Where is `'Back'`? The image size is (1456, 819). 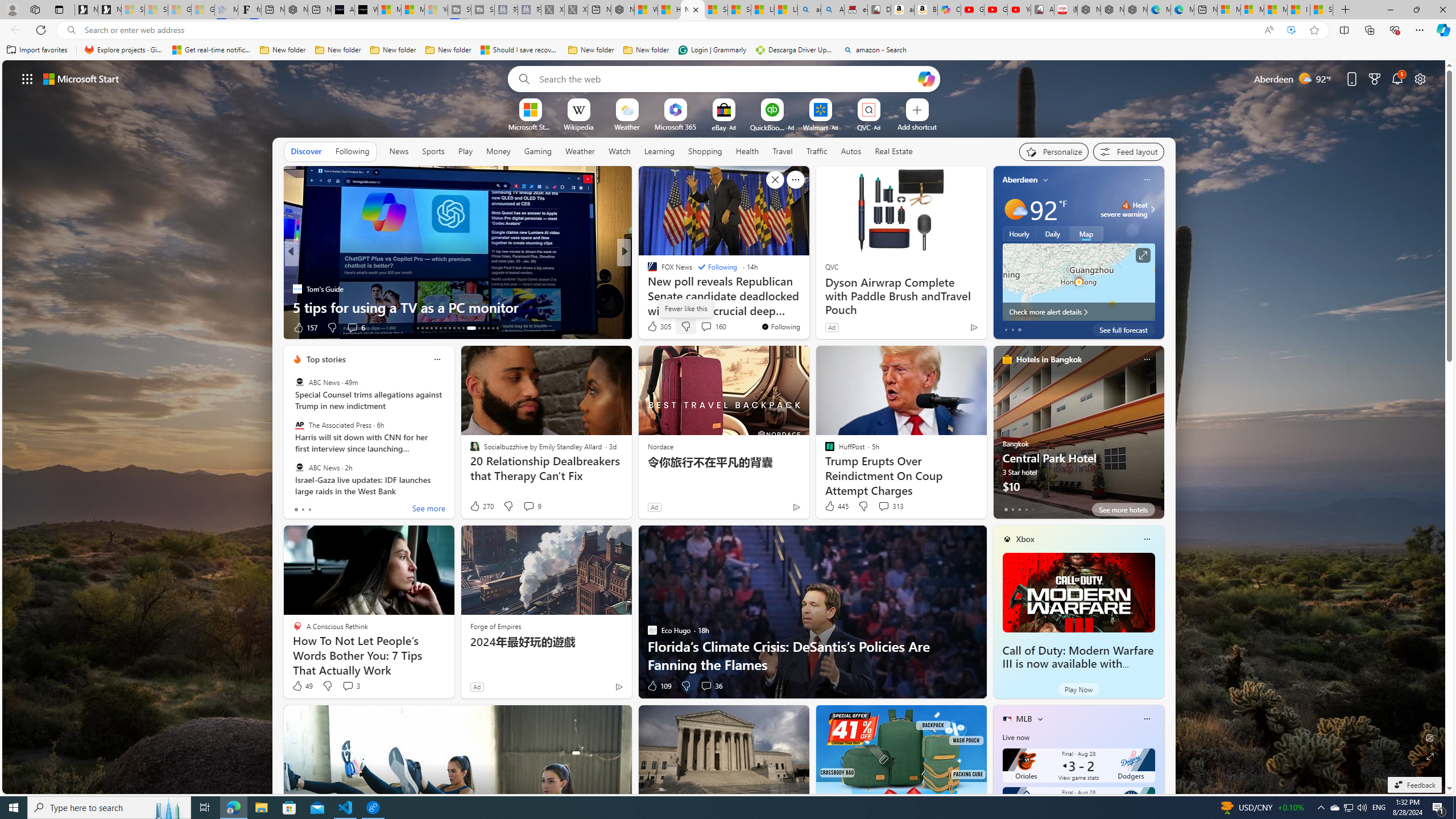 'Back' is located at coordinates (14, 29).